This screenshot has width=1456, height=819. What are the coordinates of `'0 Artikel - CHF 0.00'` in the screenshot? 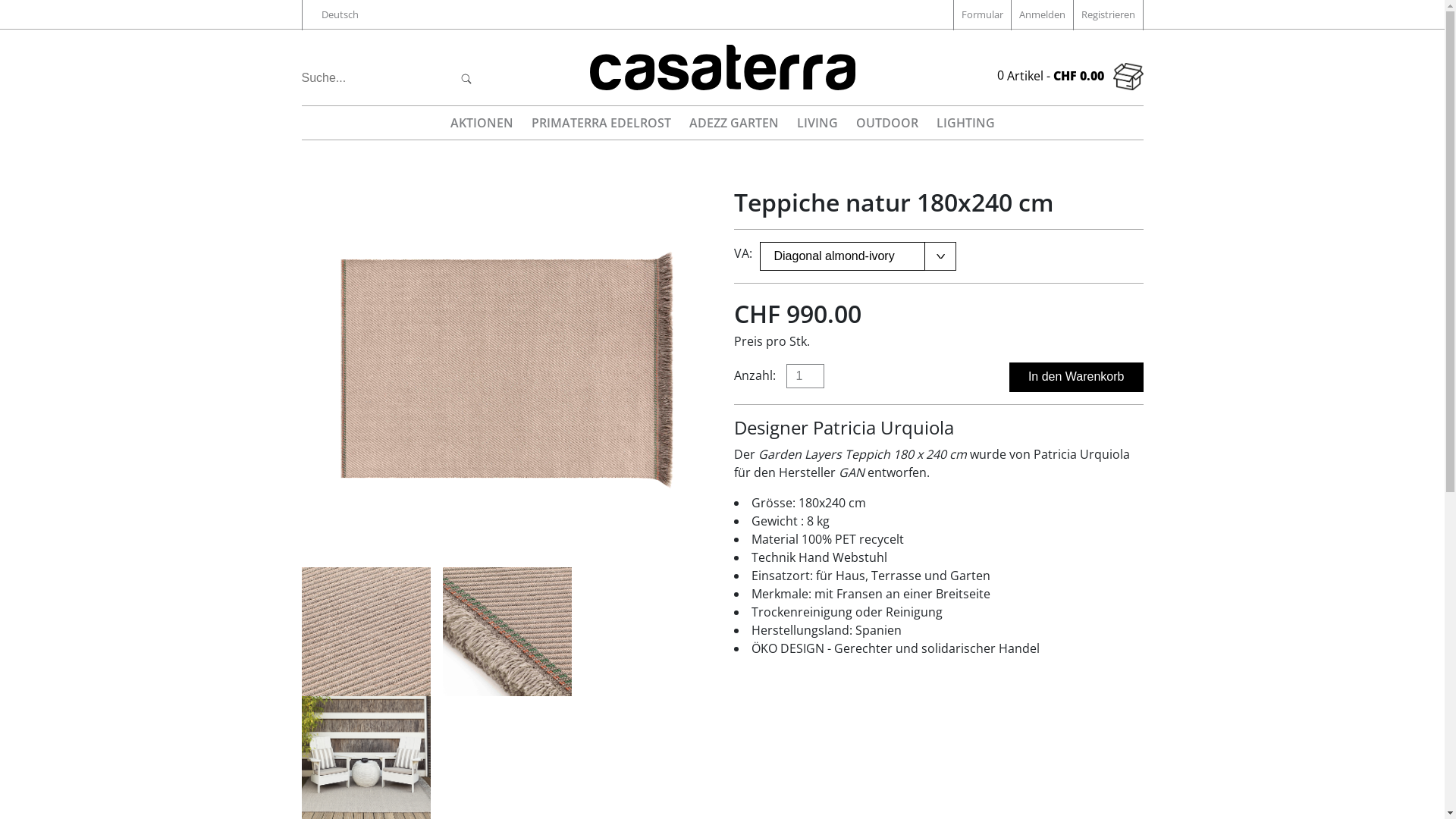 It's located at (1068, 76).